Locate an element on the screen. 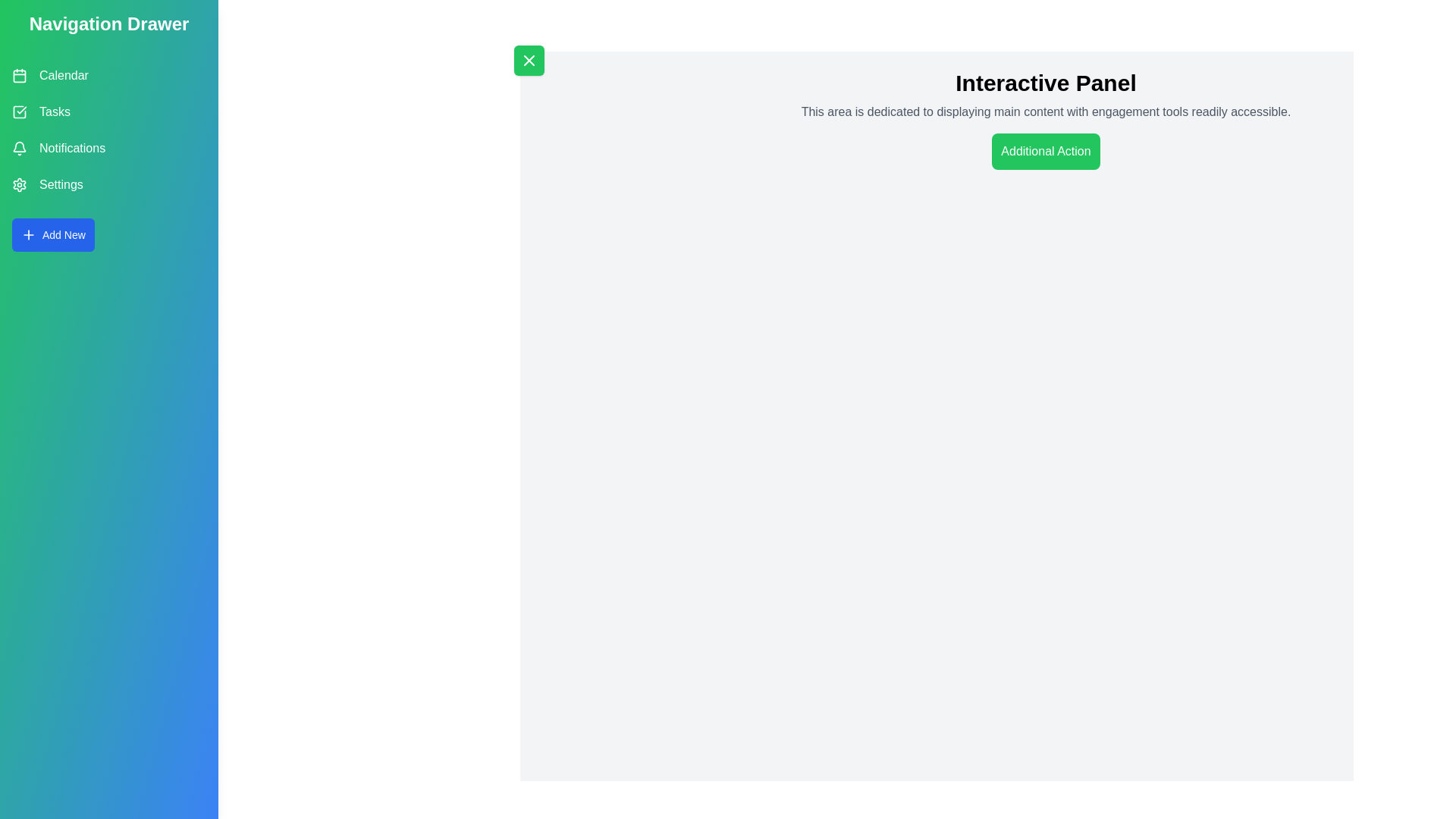 The height and width of the screenshot is (819, 1456). the calendar icon located in the navigation drawer, which is represented with a square outline and two markers at the top is located at coordinates (19, 76).